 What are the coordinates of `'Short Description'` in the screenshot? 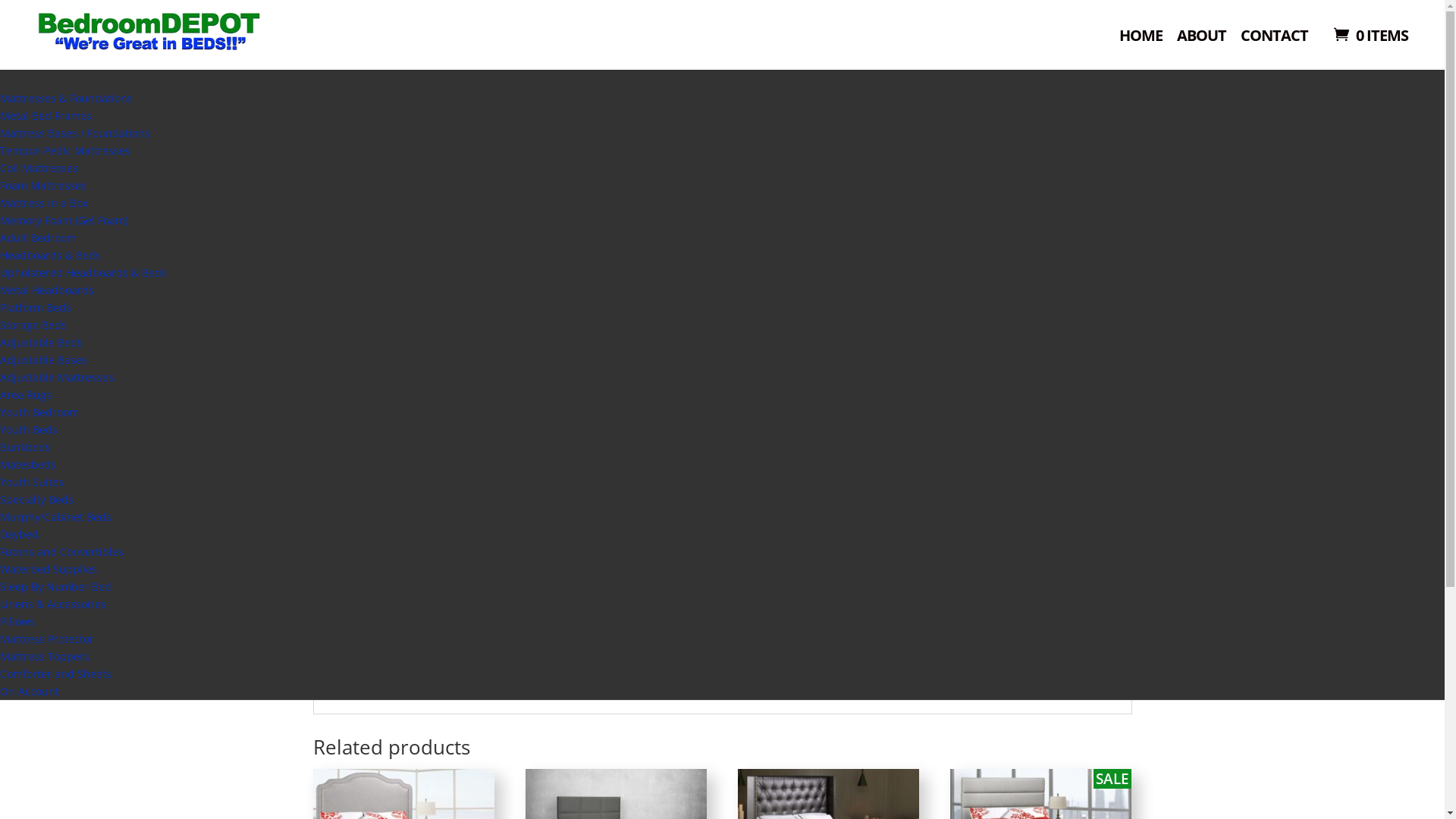 It's located at (382, 663).